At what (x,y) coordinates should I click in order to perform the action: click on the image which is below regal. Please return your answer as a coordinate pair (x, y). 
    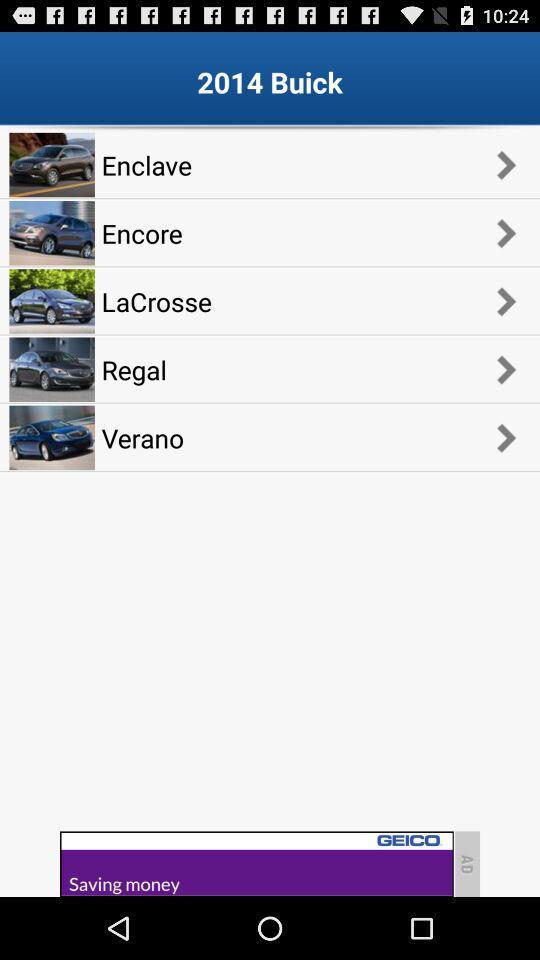
    Looking at the image, I should click on (52, 437).